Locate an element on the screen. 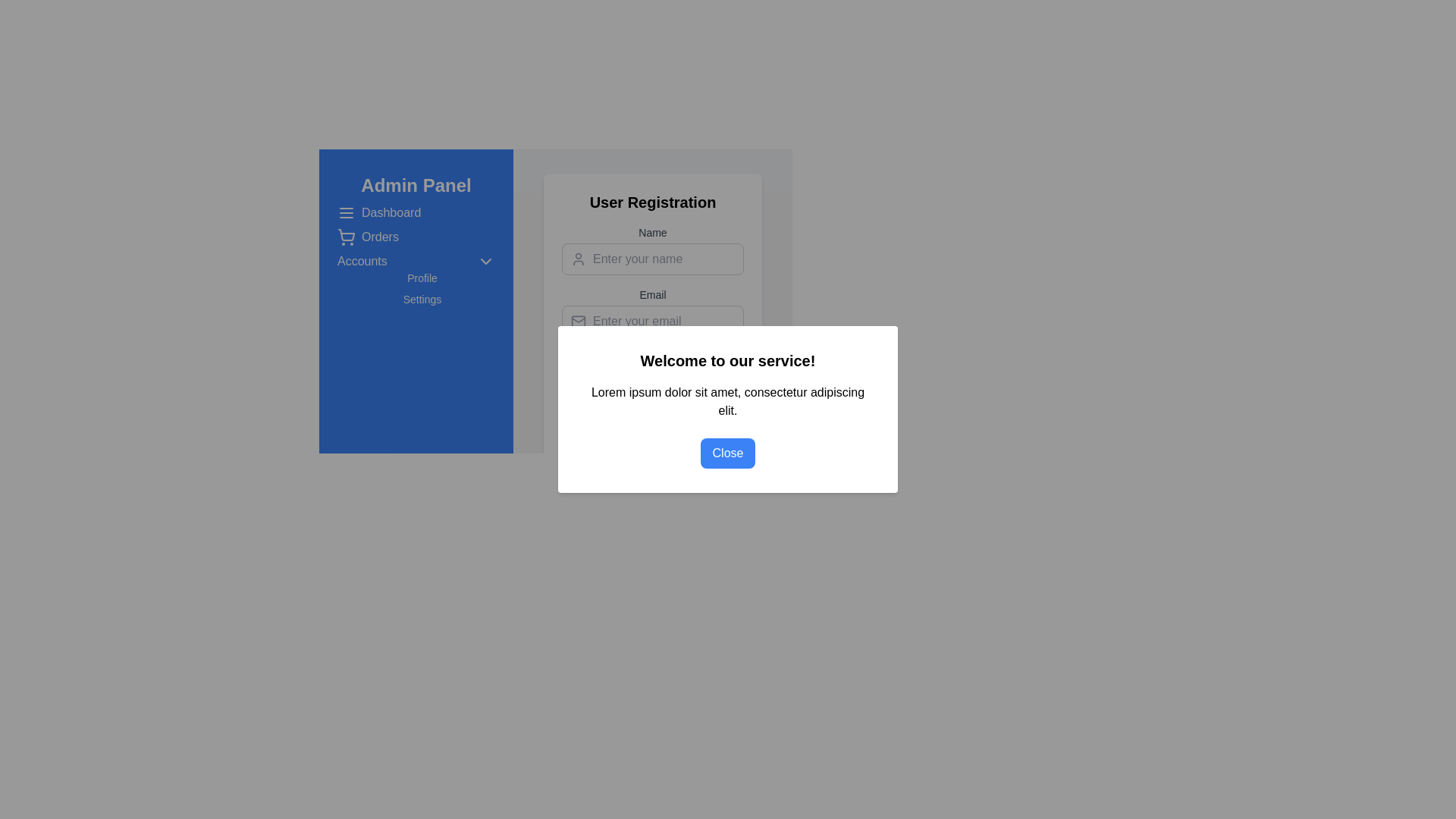  the 'Settings' hyperlink in the vertical navigation bar located below 'Profile' is located at coordinates (422, 299).